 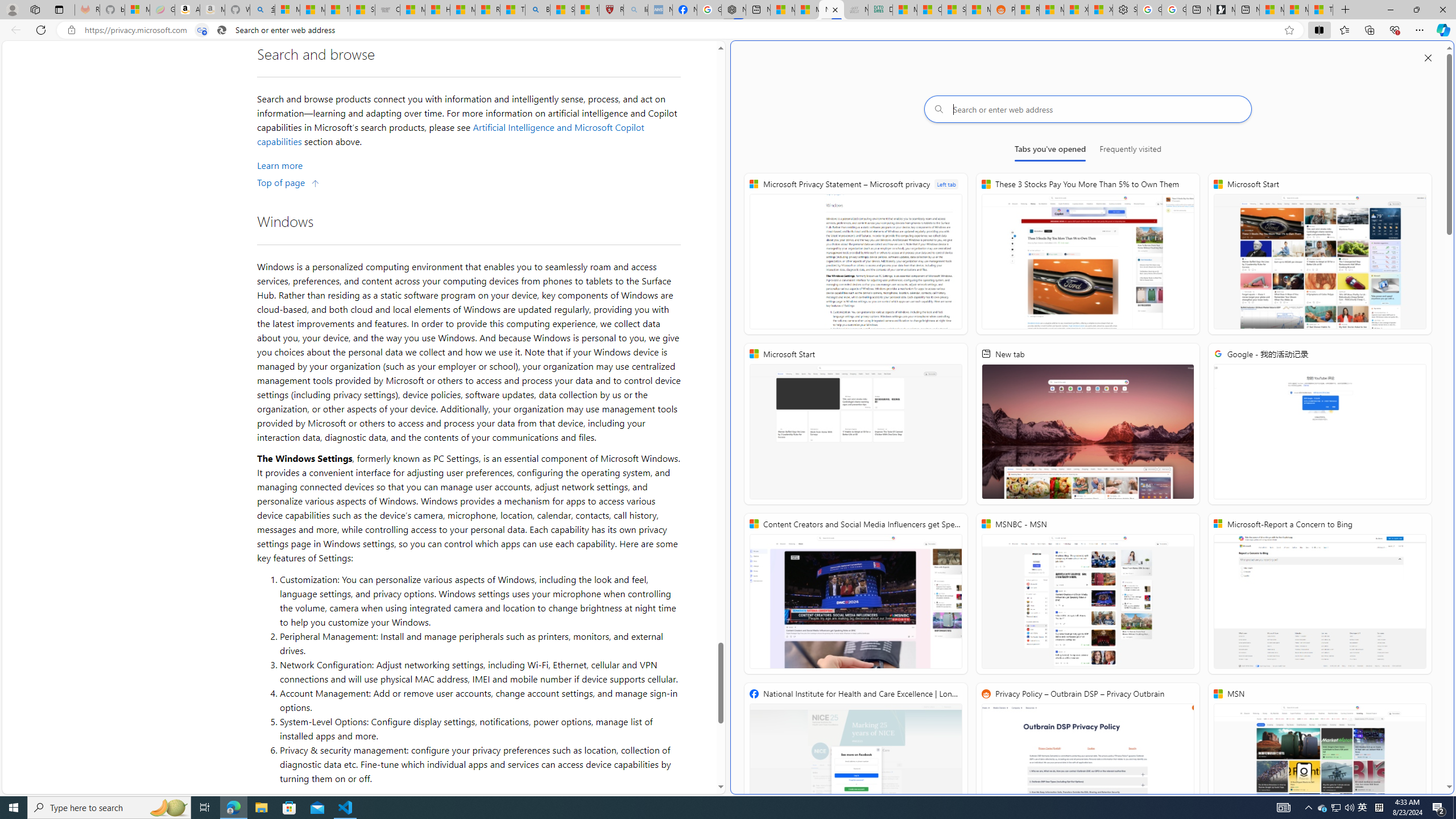 What do you see at coordinates (1087, 253) in the screenshot?
I see `'These 3 Stocks Pay You More Than 5% to Own Them'` at bounding box center [1087, 253].